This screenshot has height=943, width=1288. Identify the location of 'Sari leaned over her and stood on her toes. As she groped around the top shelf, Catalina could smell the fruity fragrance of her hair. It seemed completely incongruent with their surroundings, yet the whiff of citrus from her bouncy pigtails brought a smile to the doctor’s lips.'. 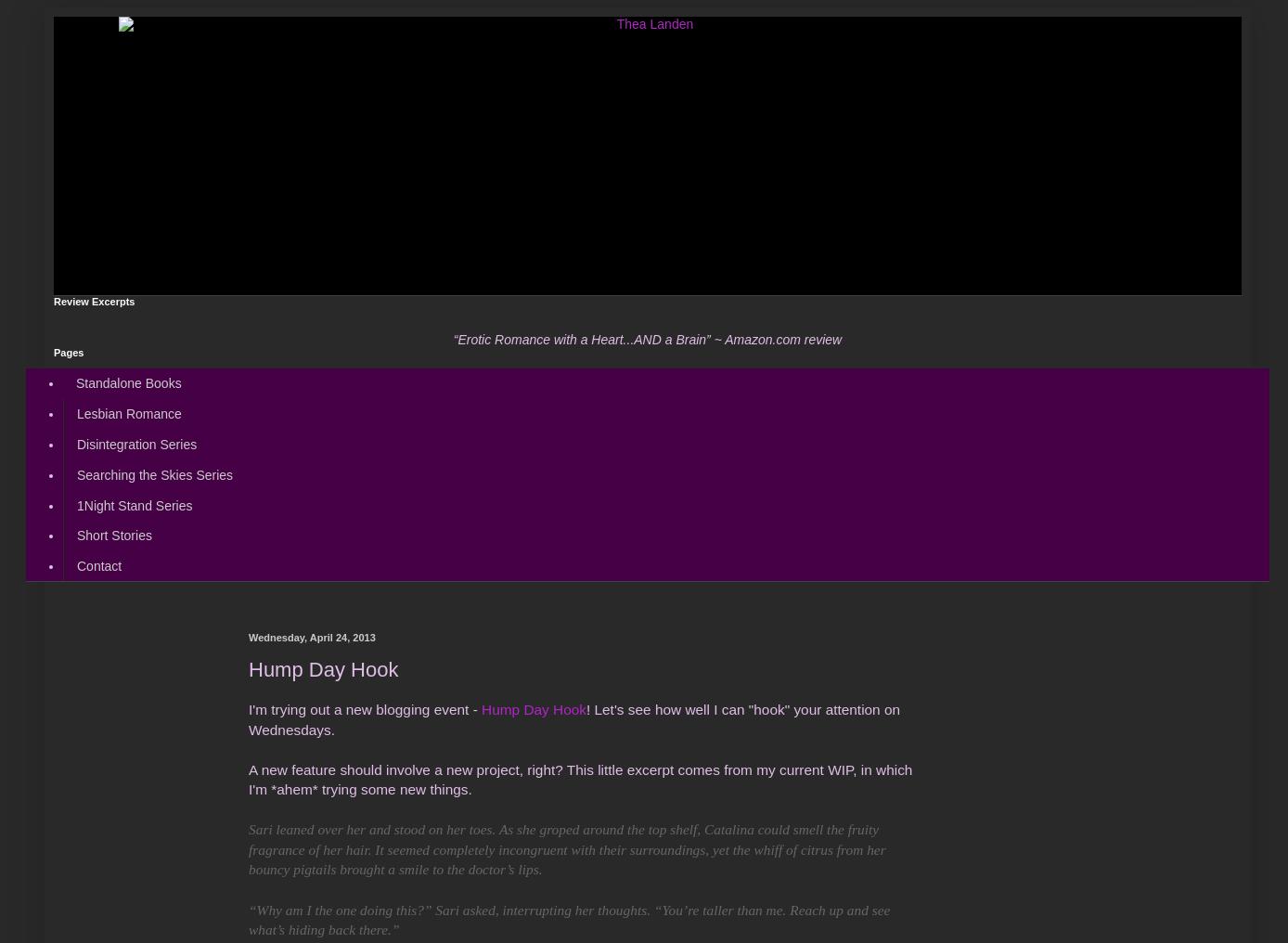
(566, 848).